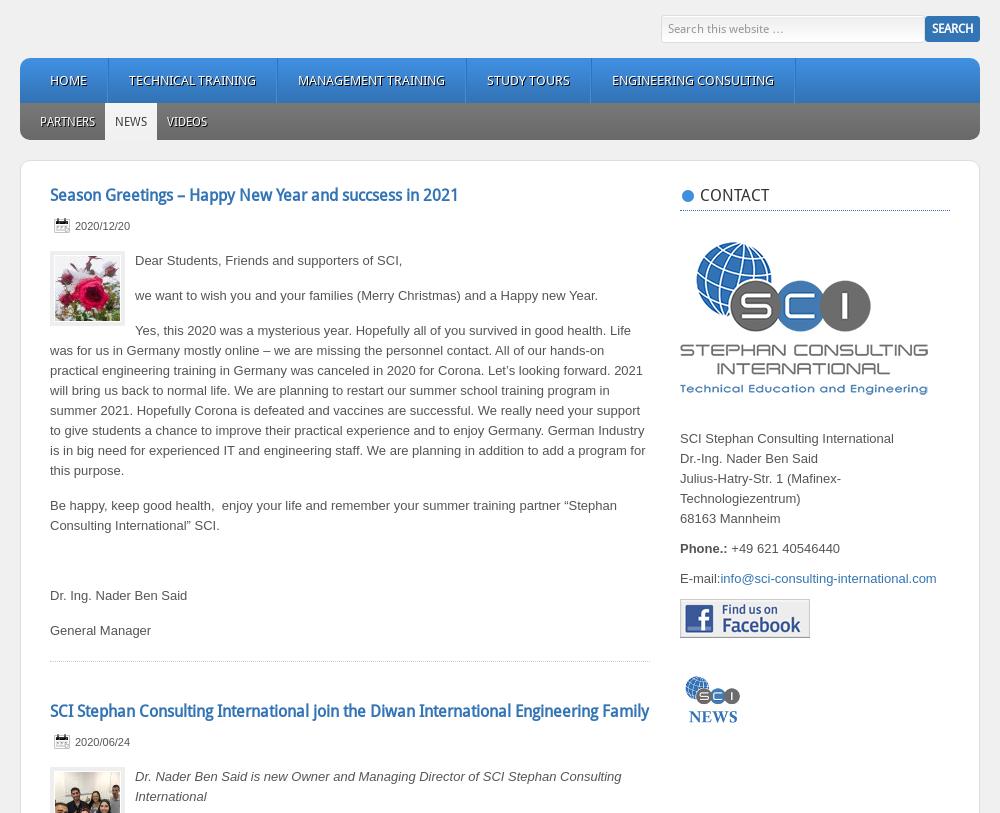  I want to click on 'General Manager', so click(99, 630).